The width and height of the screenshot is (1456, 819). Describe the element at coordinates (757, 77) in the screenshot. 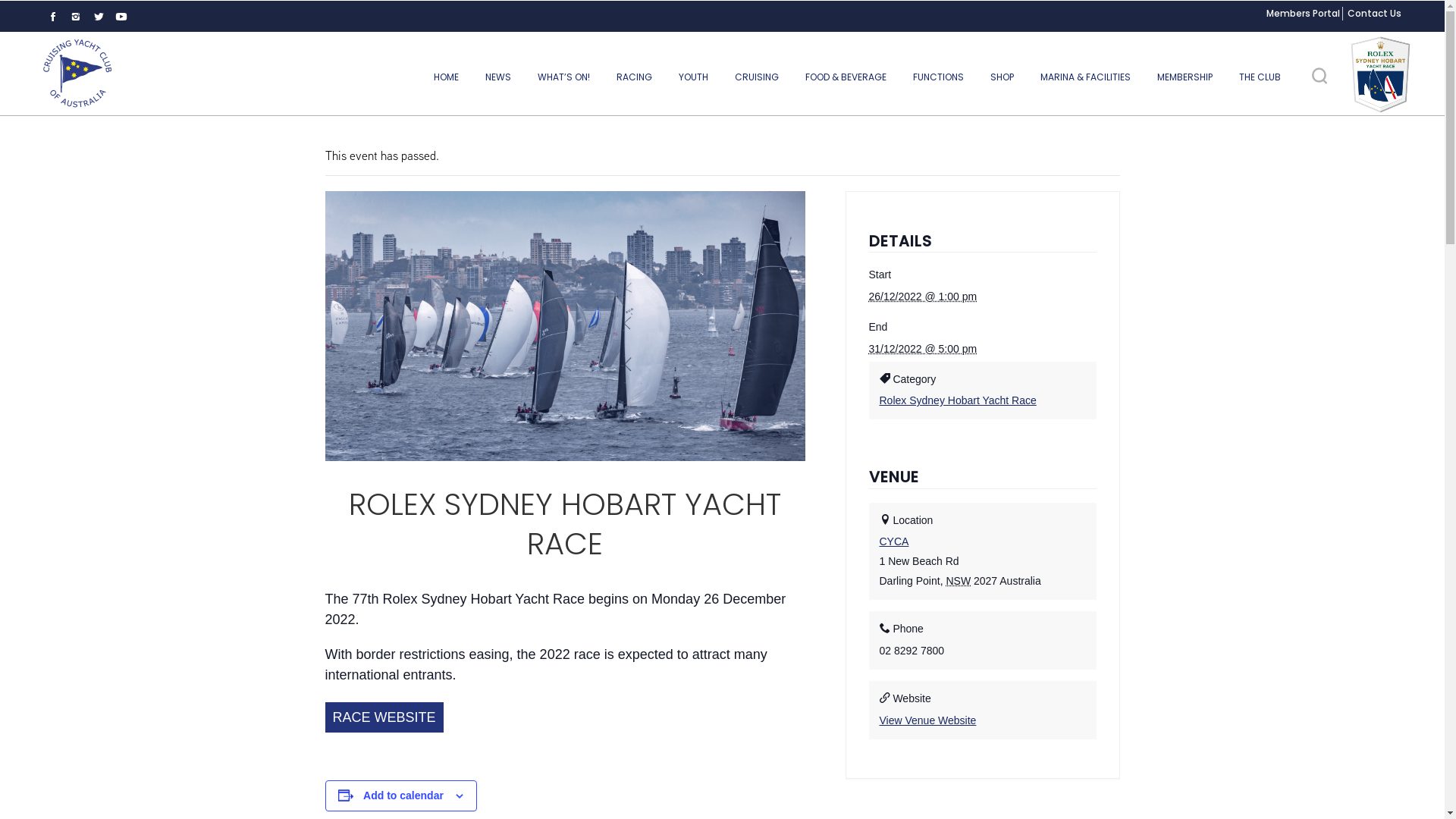

I see `'CRUISING'` at that location.